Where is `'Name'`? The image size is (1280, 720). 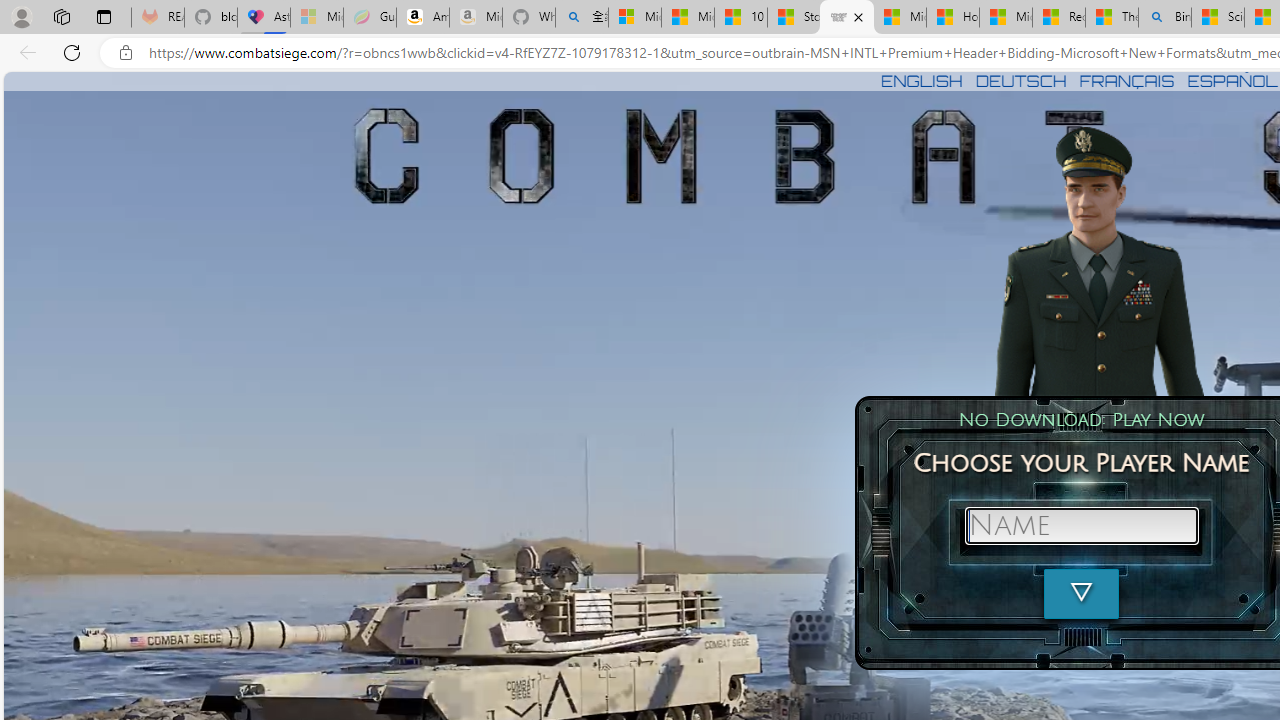
'Name' is located at coordinates (1080, 524).